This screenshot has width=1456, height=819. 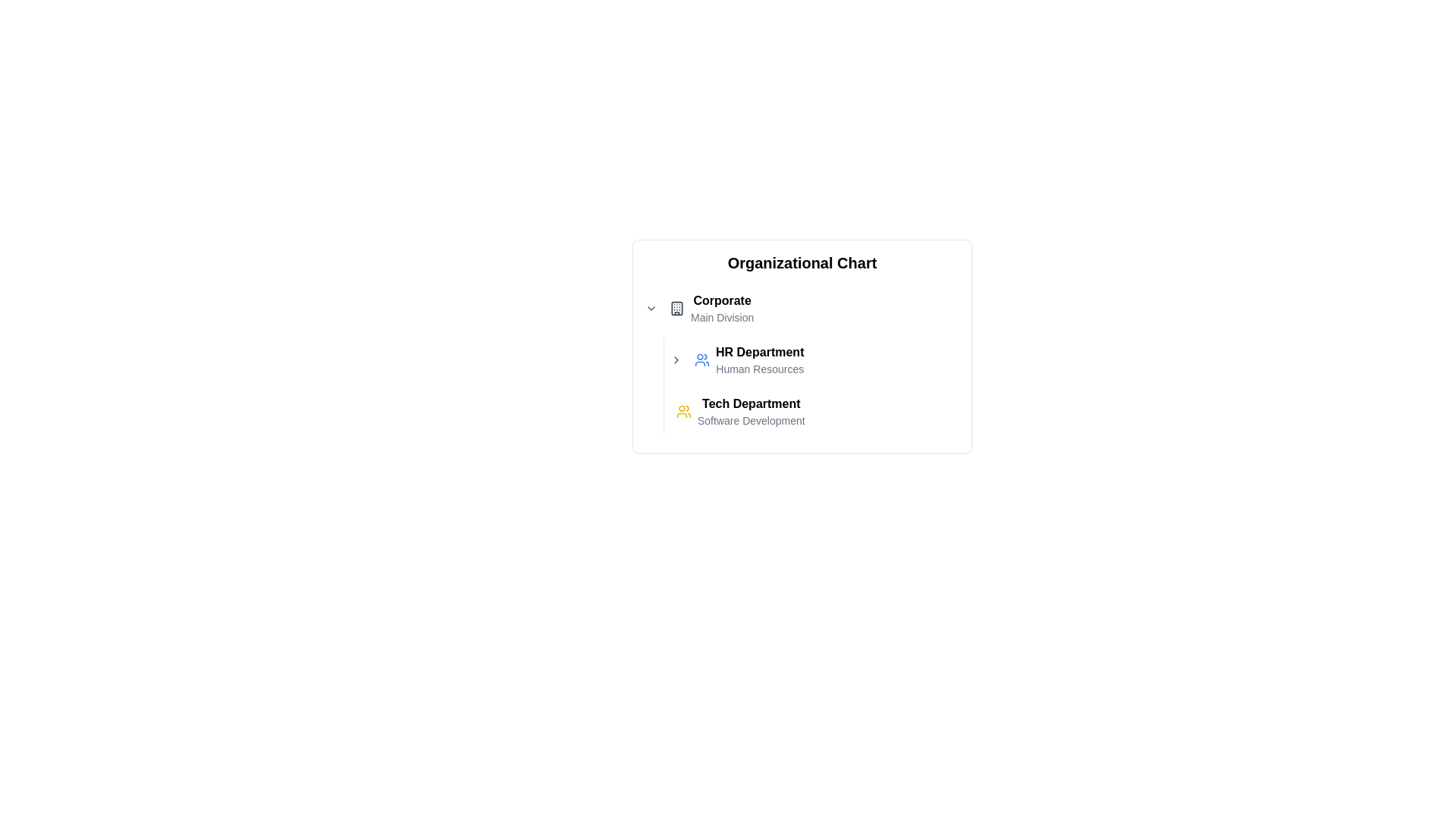 I want to click on the HR Department informational card in the organizational chart, so click(x=749, y=359).